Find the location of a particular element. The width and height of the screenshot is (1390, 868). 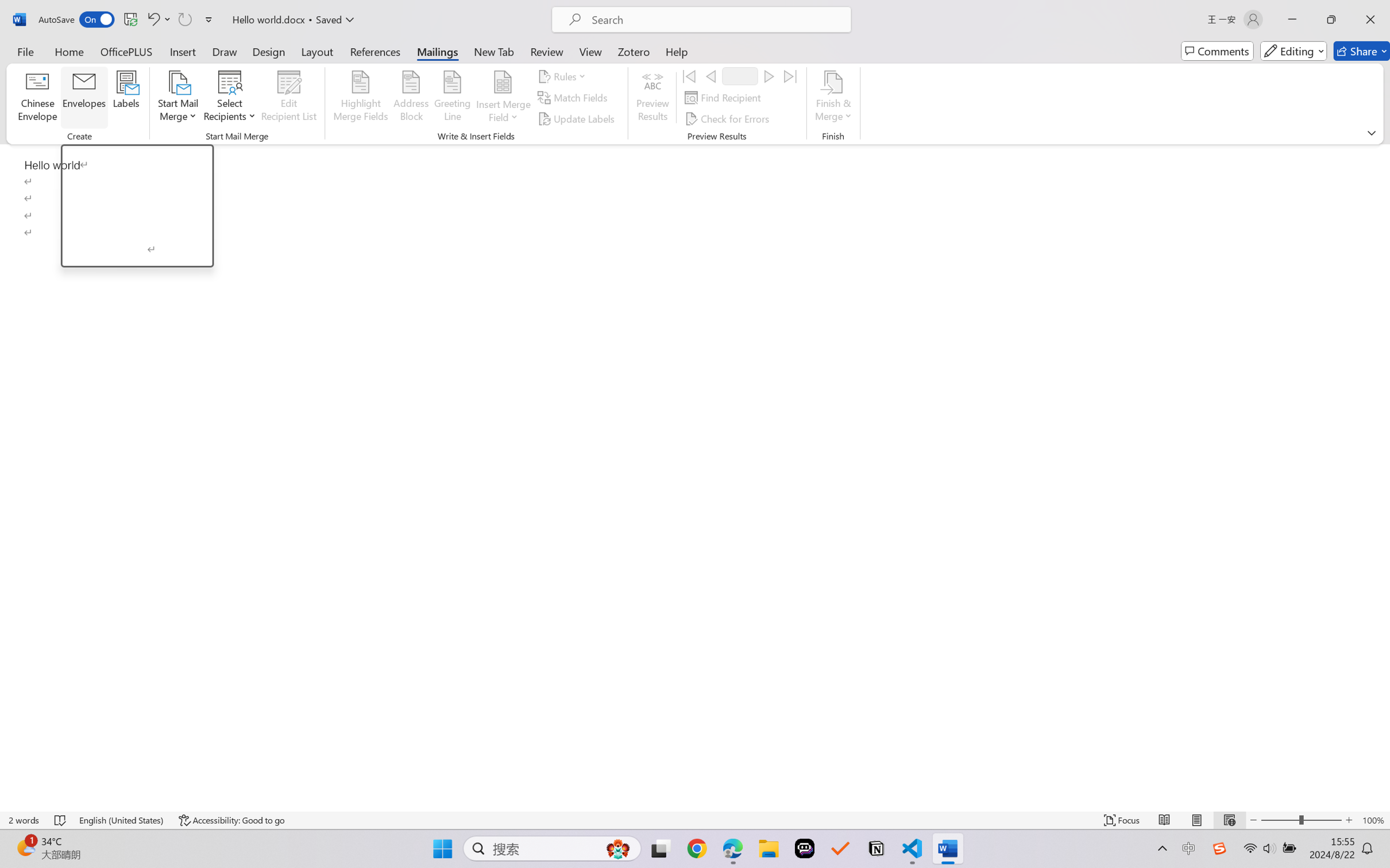

'Minimize' is located at coordinates (1292, 19).